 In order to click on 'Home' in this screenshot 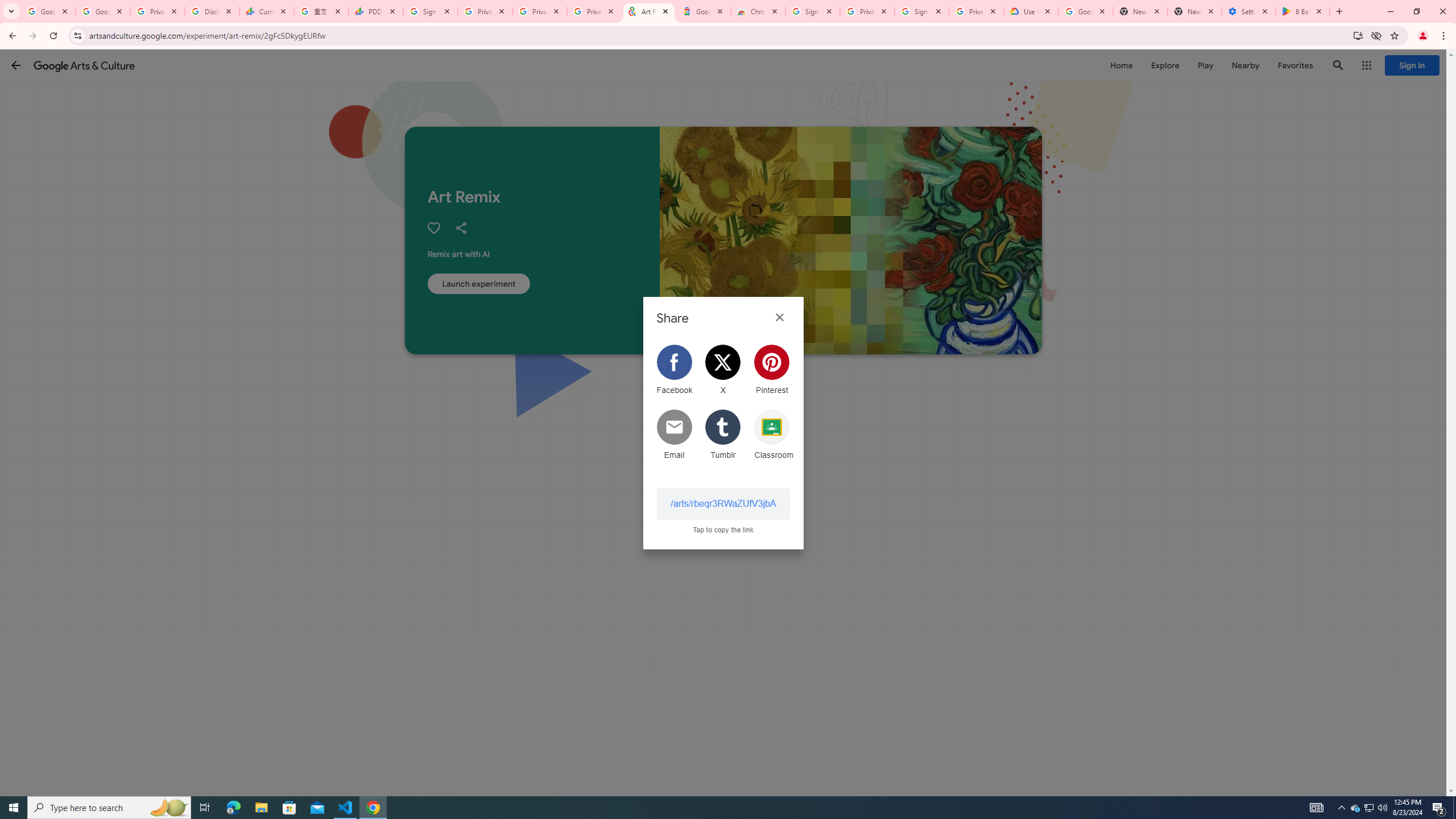, I will do `click(1120, 65)`.